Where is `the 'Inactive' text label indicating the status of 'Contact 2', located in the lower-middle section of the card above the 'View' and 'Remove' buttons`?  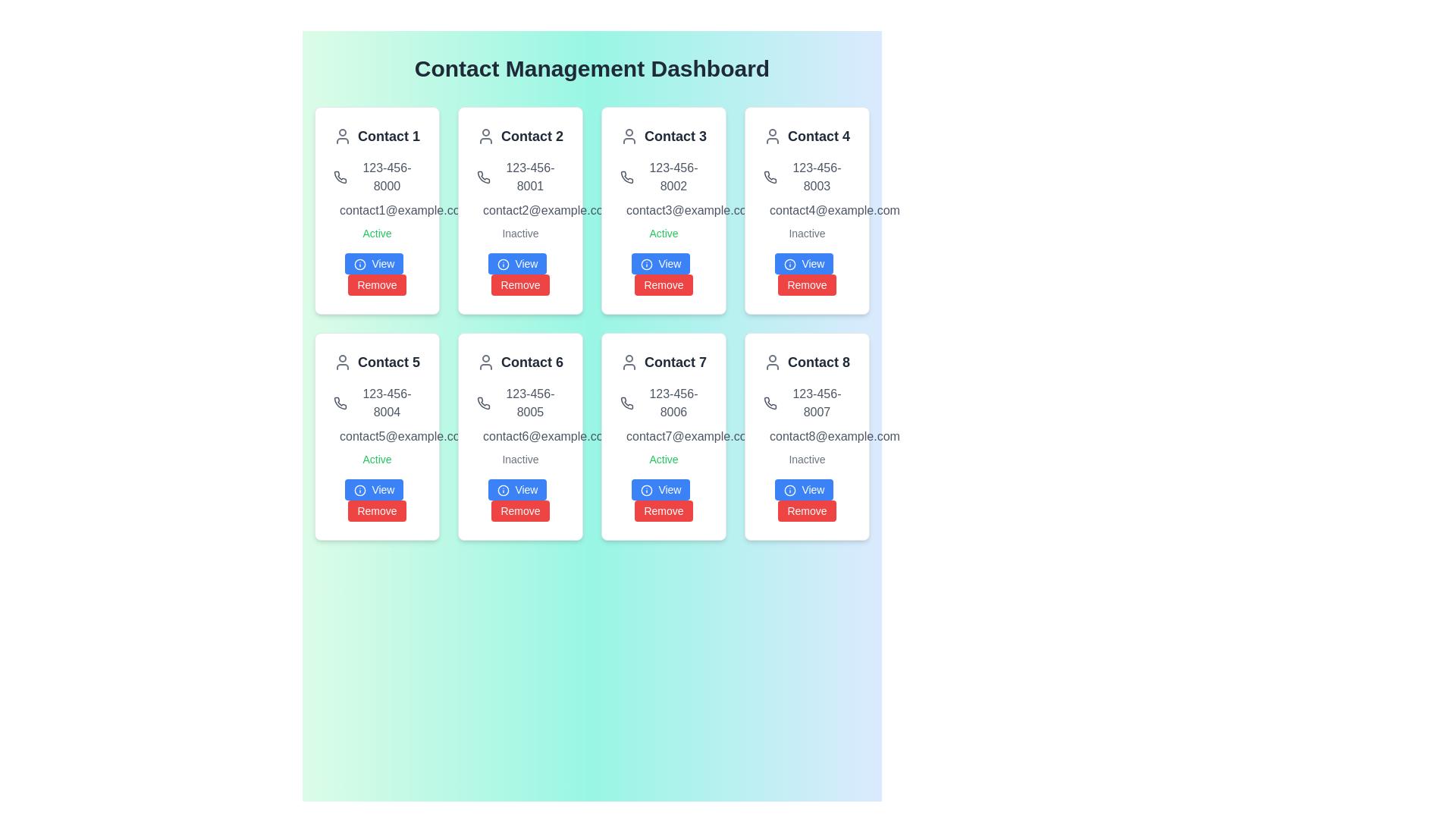
the 'Inactive' text label indicating the status of 'Contact 2', located in the lower-middle section of the card above the 'View' and 'Remove' buttons is located at coordinates (520, 234).